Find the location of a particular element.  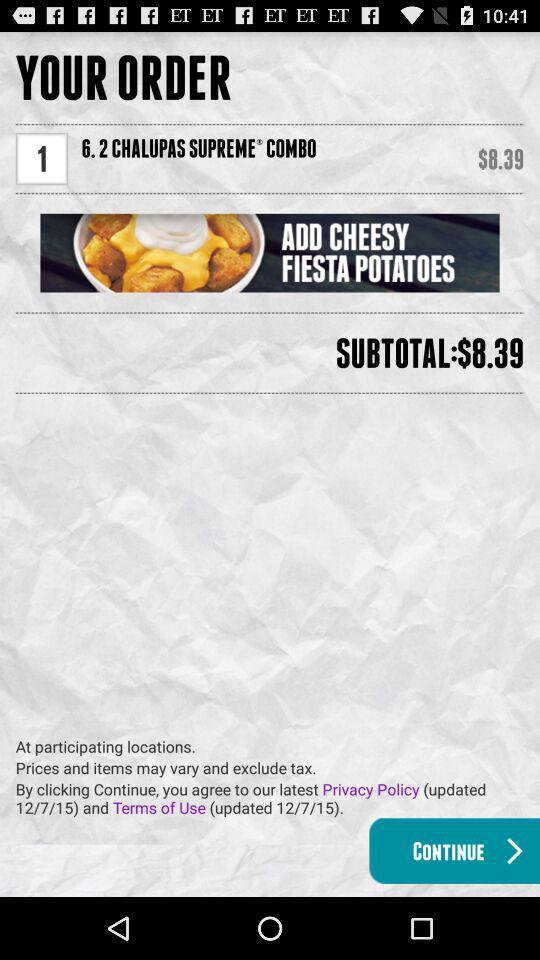

the by clicking continue item is located at coordinates (276, 798).